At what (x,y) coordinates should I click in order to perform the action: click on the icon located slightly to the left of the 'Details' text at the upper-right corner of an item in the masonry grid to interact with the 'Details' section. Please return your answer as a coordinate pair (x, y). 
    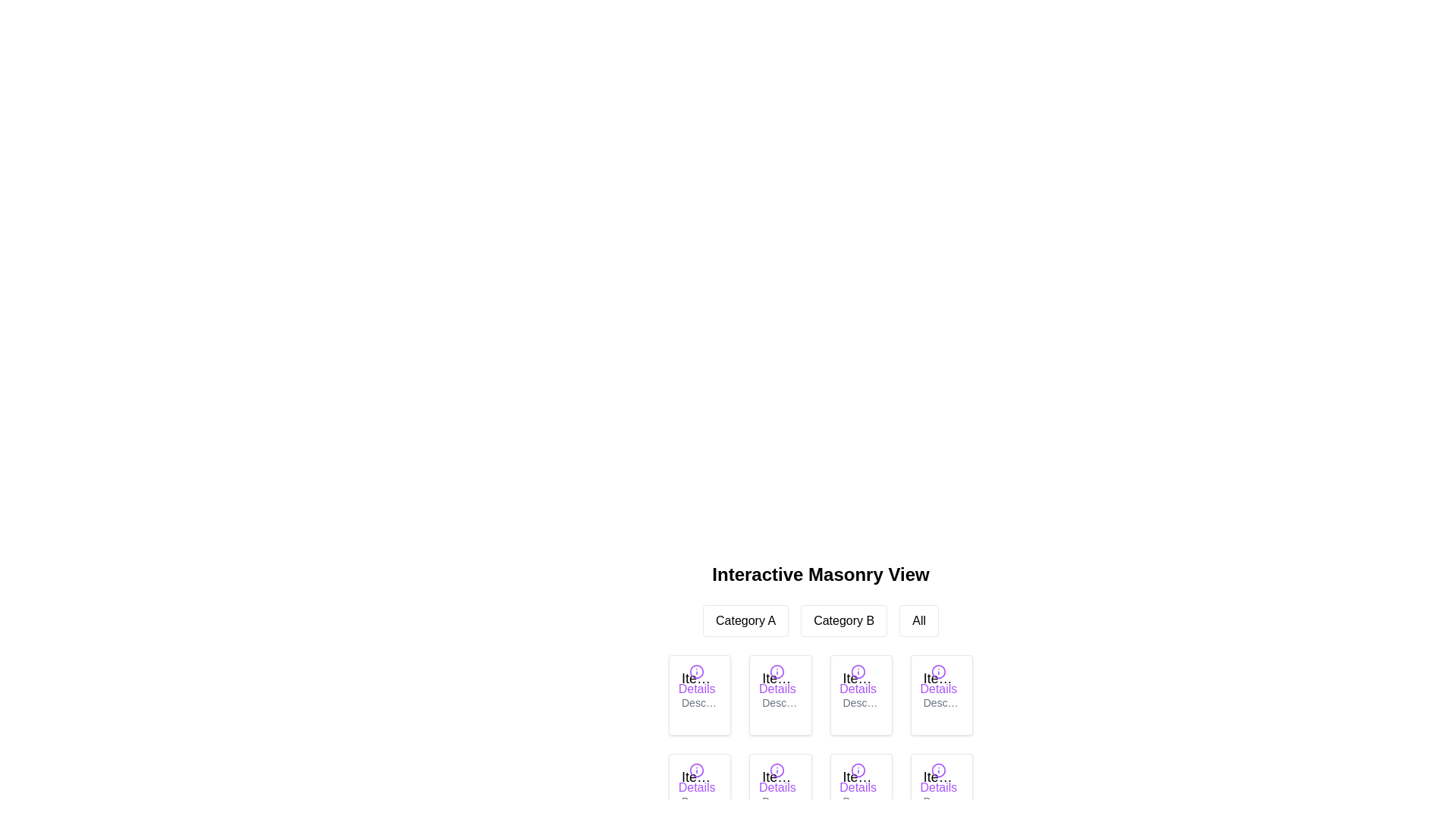
    Looking at the image, I should click on (937, 770).